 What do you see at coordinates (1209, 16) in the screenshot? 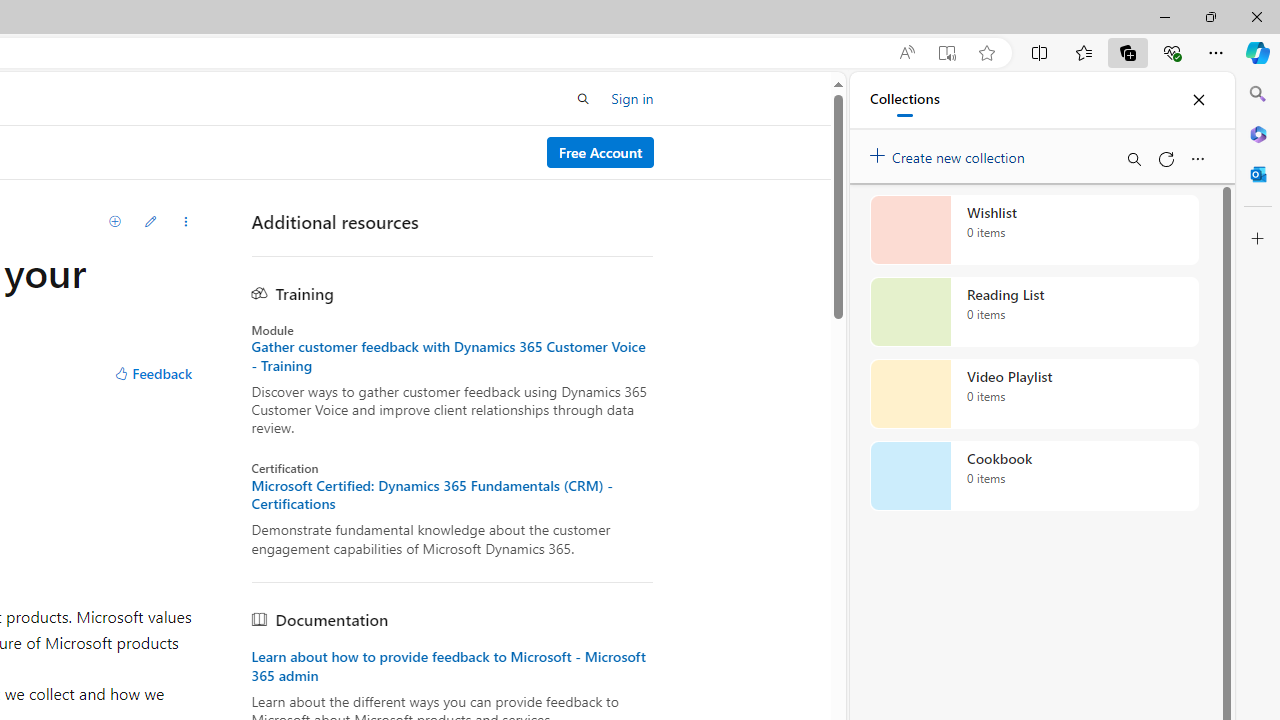
I see `'Restore'` at bounding box center [1209, 16].